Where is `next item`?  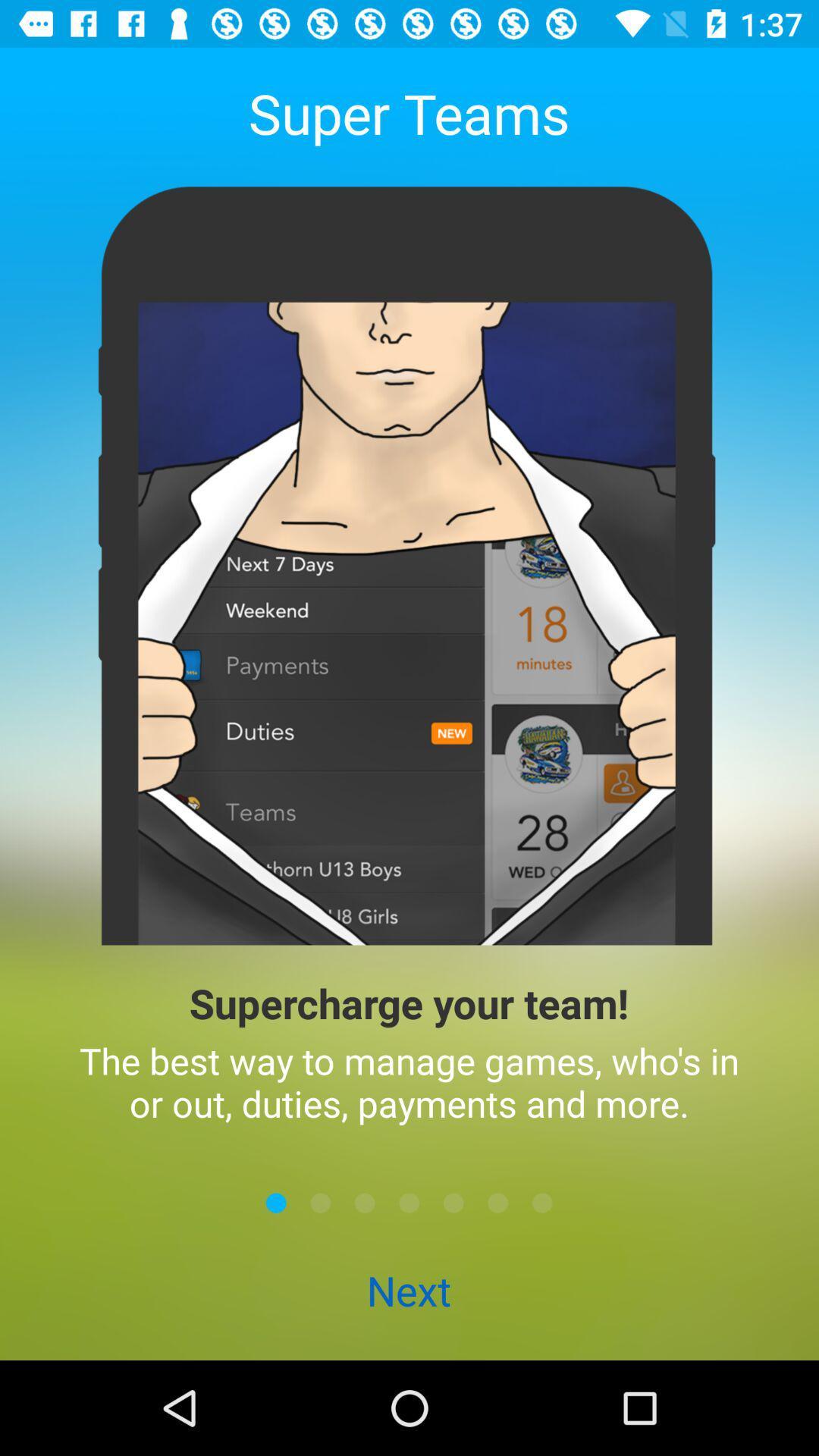 next item is located at coordinates (365, 1202).